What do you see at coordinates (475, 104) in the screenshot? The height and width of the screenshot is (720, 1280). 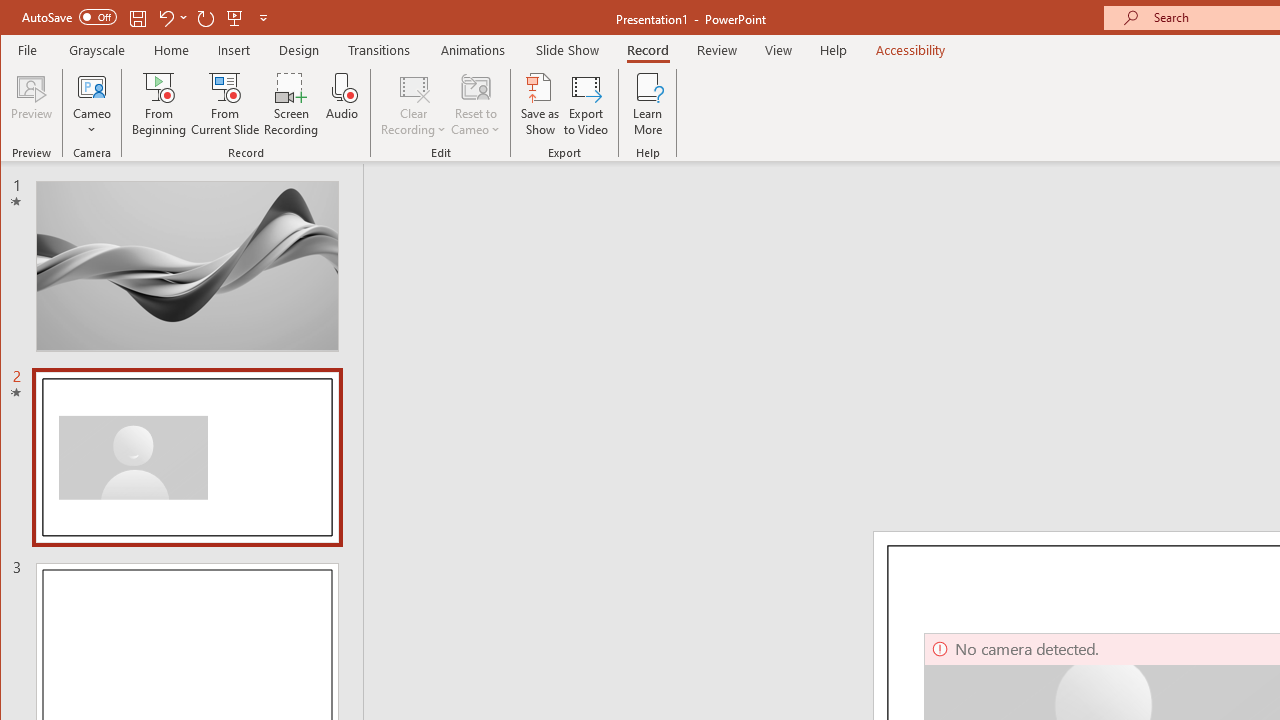 I see `'Reset to Cameo'` at bounding box center [475, 104].